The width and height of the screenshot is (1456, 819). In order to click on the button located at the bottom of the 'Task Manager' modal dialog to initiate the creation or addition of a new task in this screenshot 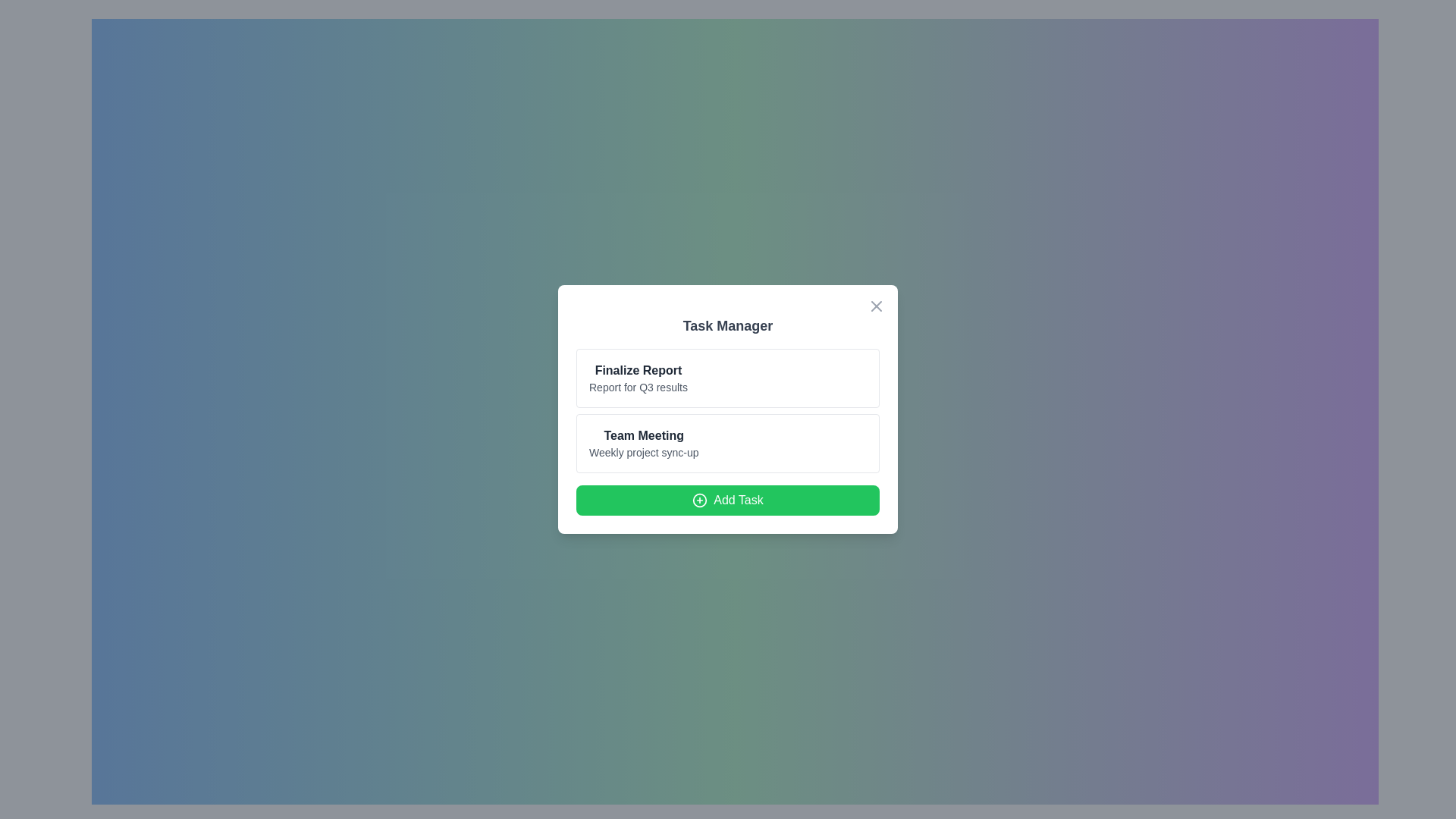, I will do `click(739, 500)`.